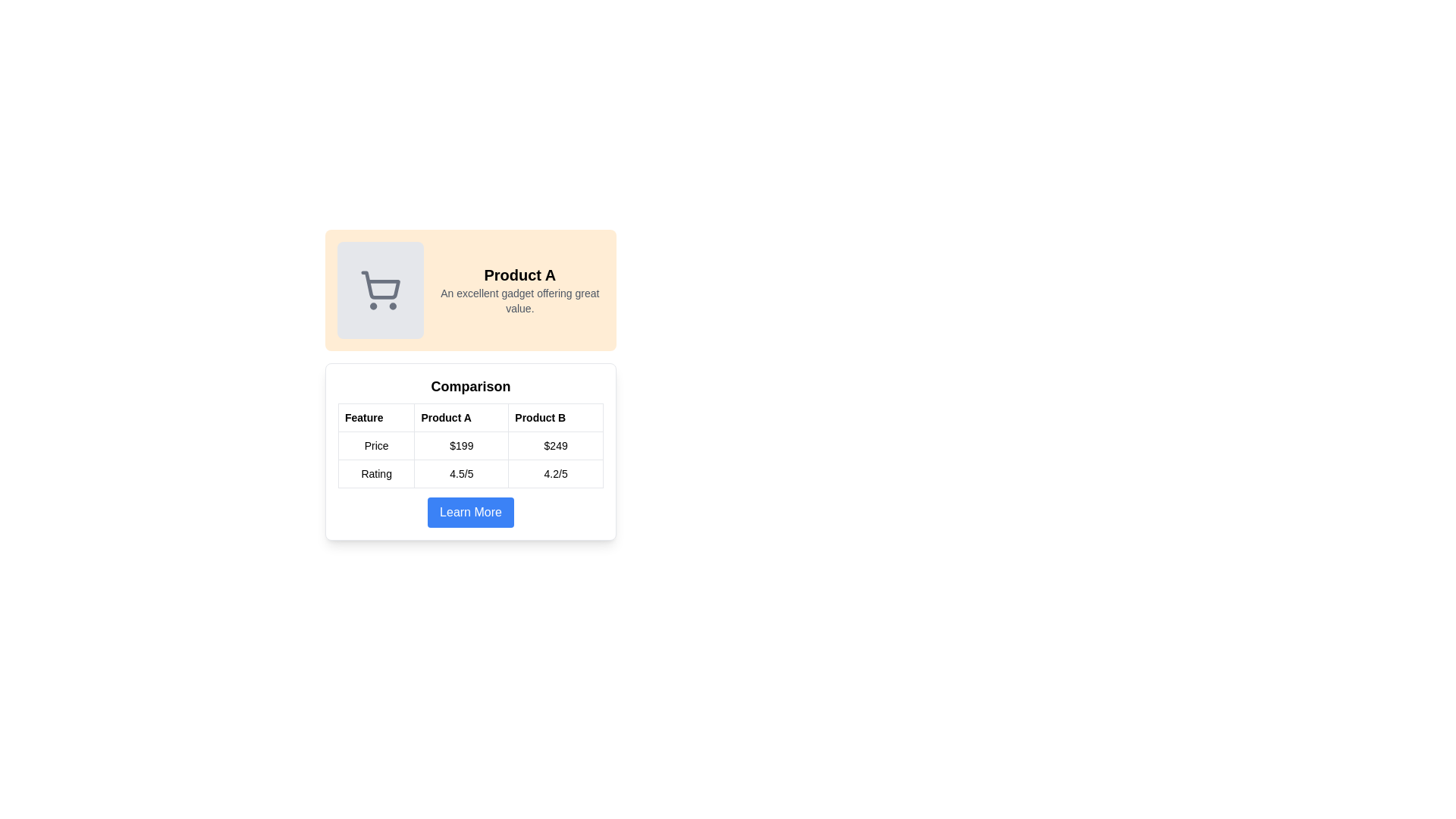 The image size is (1456, 819). What do you see at coordinates (519, 301) in the screenshot?
I see `the text element that reads 'An excellent gadget offering great value.' which is located below the bold heading 'Product A' within a light beige rectangular area` at bounding box center [519, 301].